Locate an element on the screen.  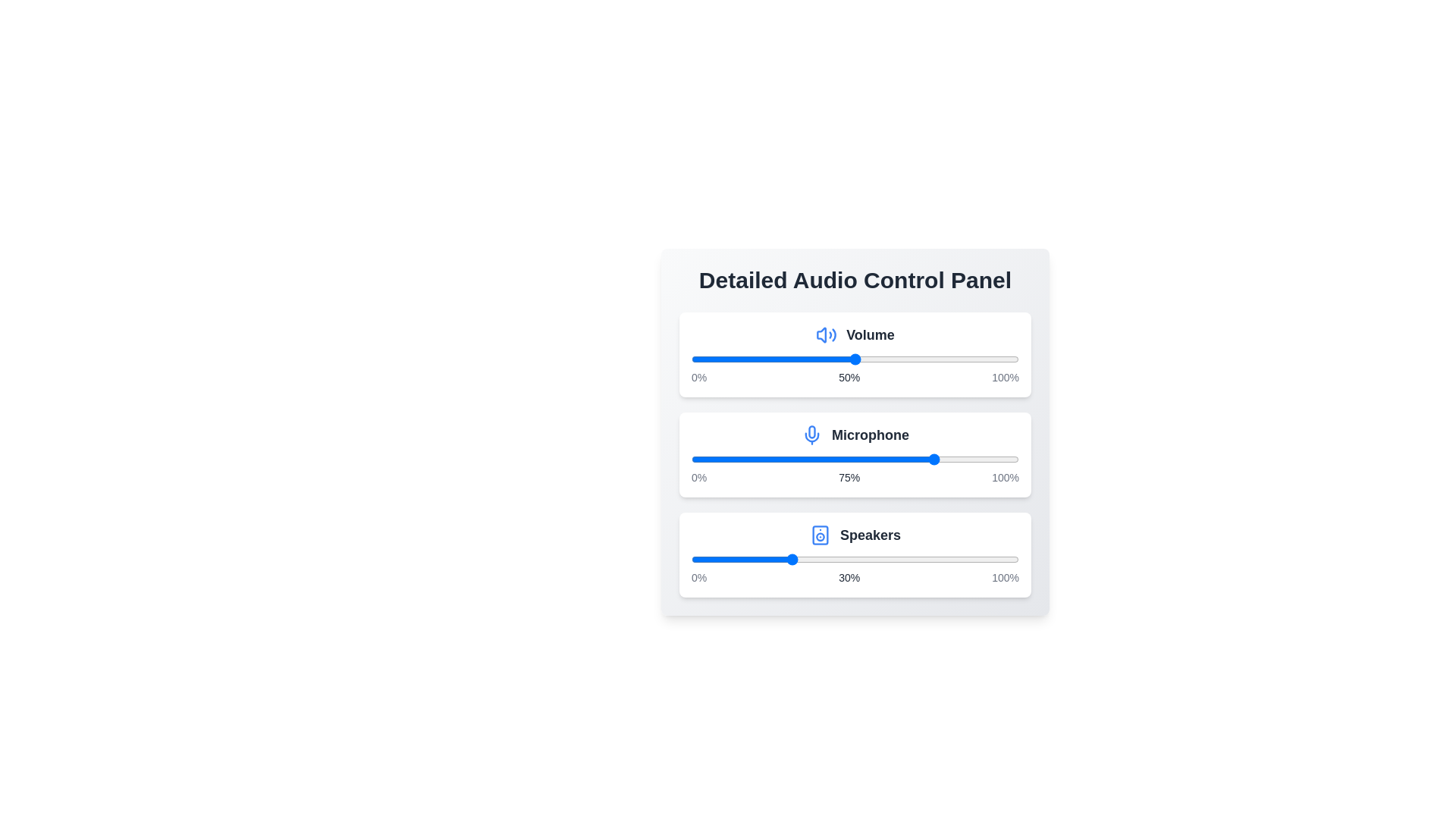
the icon for Speakers to inspect it is located at coordinates (819, 534).